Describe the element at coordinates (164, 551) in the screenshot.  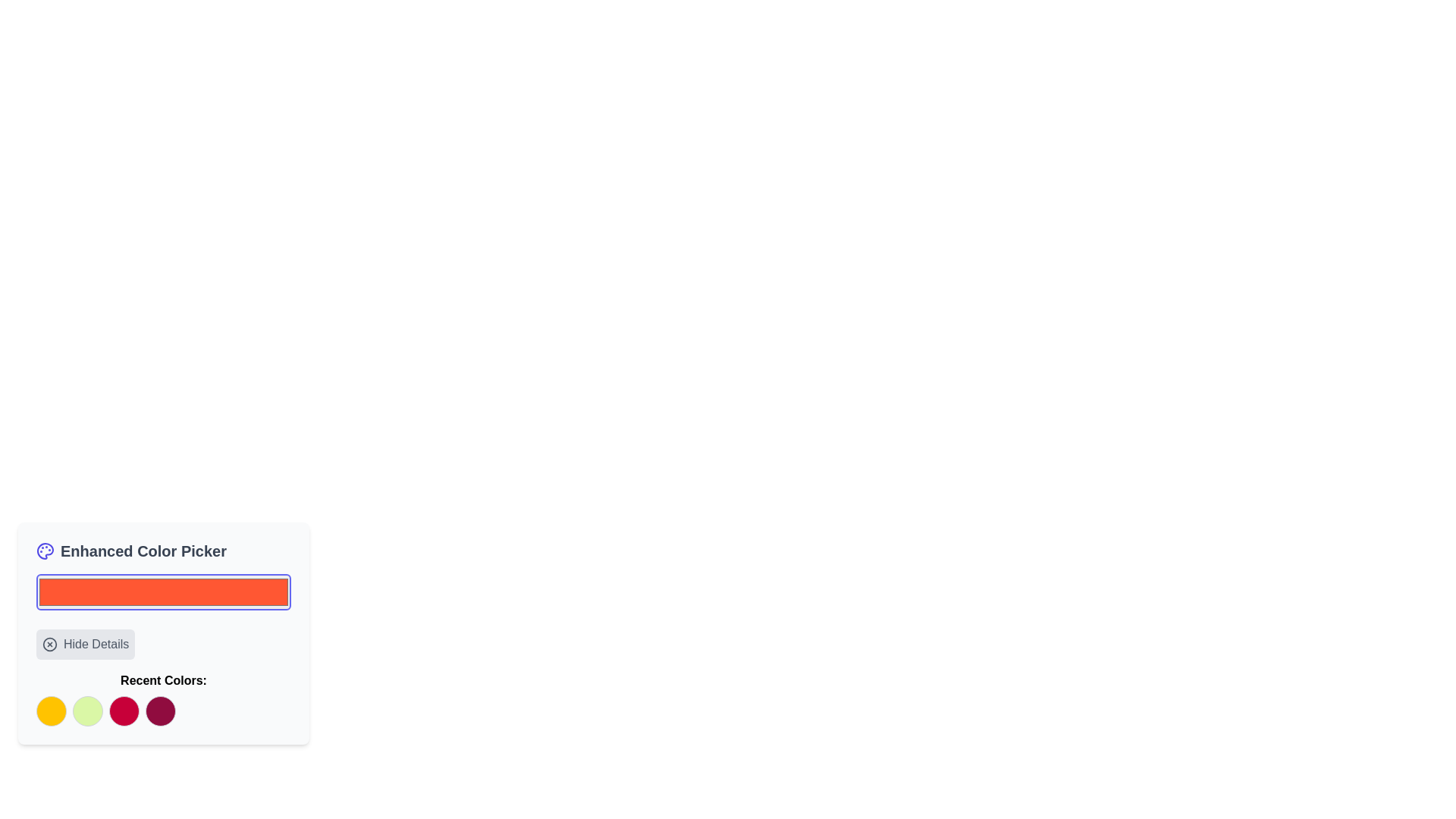
I see `displayed title of the header element labeled 'Enhanced Color Picker' which features a colorful palette icon and is prominently styled in bold text` at that location.